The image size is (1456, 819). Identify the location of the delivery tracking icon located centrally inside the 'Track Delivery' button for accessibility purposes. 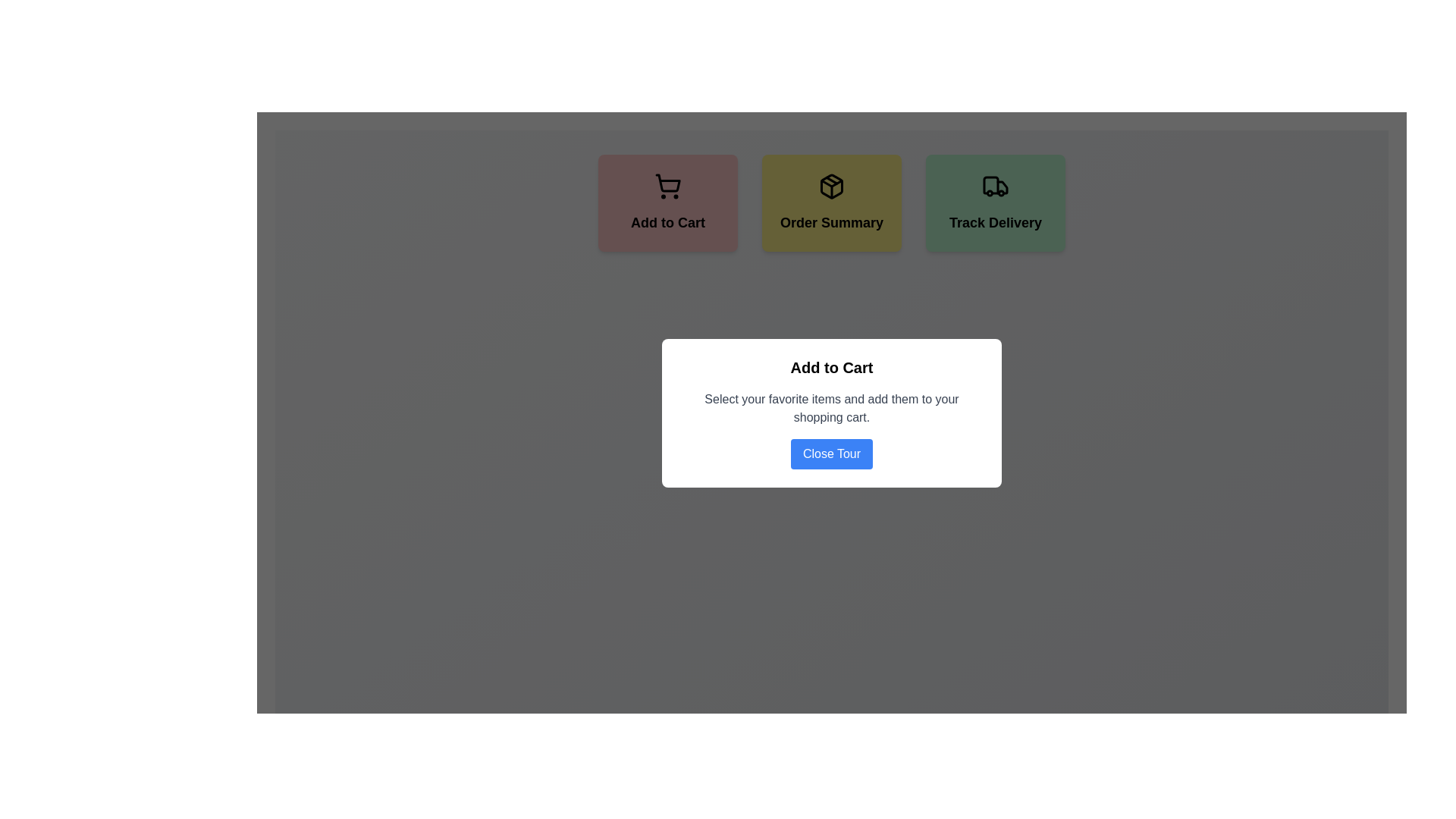
(996, 186).